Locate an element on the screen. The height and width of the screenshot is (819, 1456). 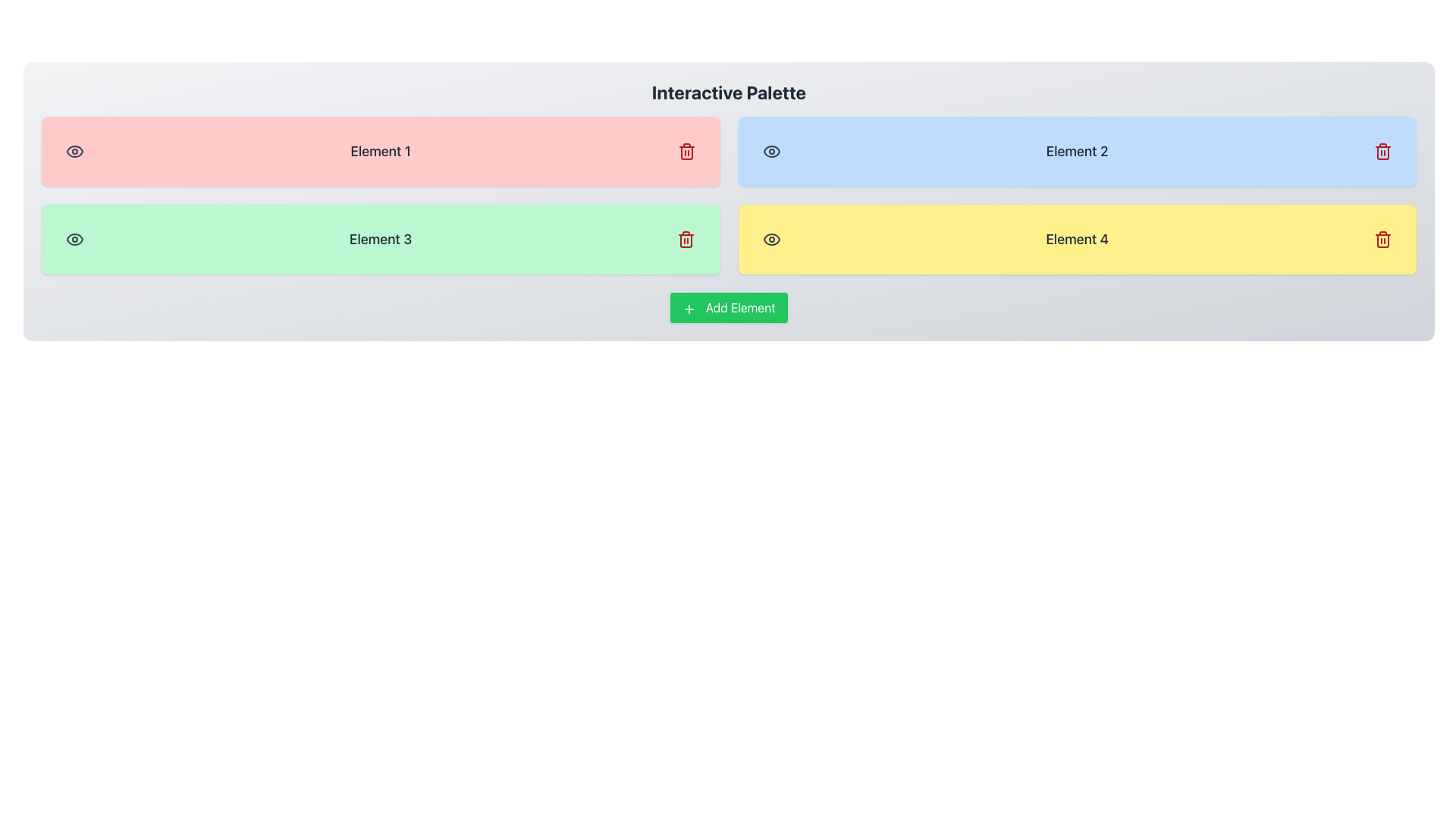
the 'Add Element' icon located to the left of the 'Add Element' button, which signifies the functionality of adding new elements is located at coordinates (689, 308).